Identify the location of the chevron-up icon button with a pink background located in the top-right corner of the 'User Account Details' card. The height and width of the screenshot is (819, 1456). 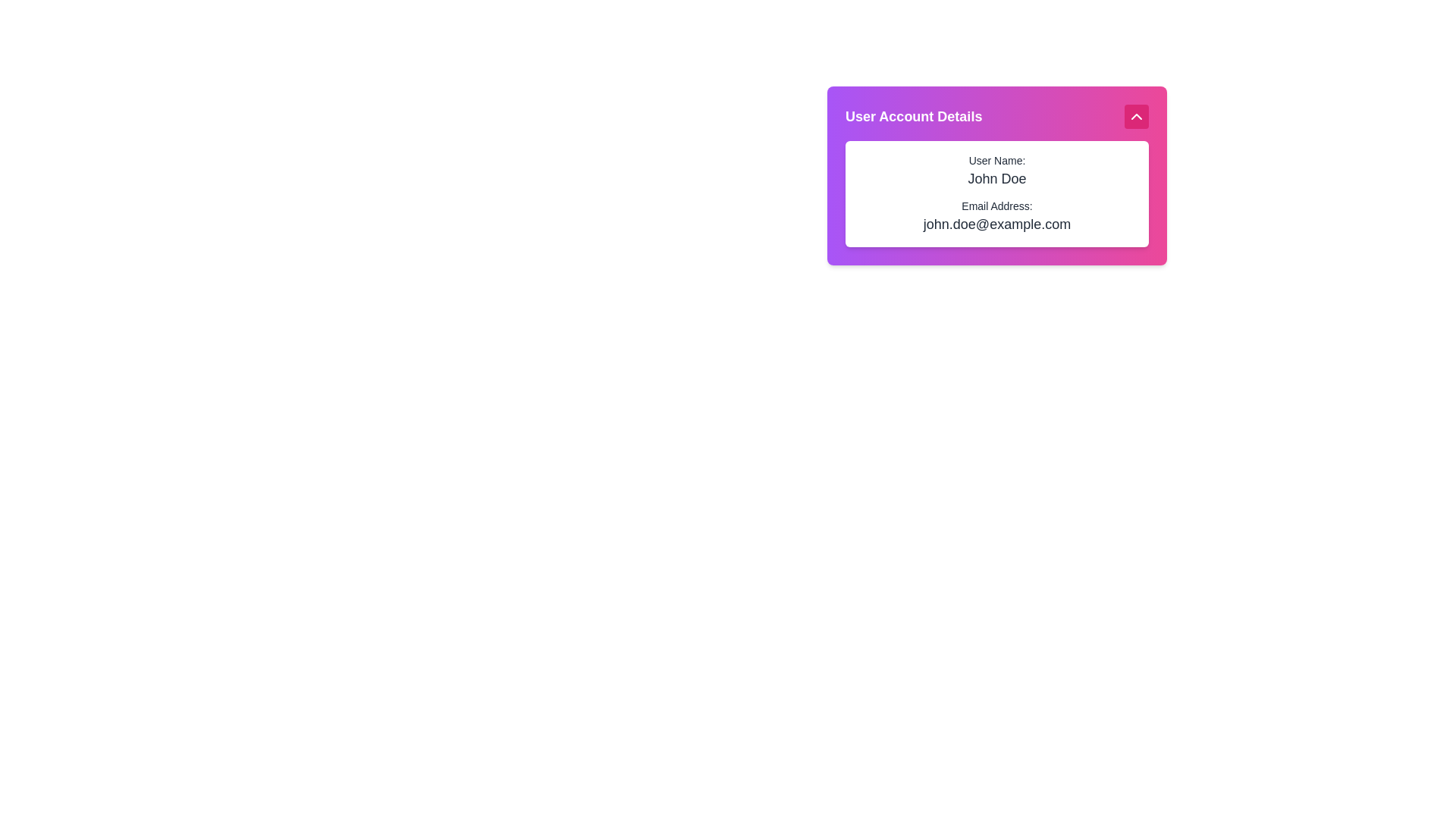
(1136, 116).